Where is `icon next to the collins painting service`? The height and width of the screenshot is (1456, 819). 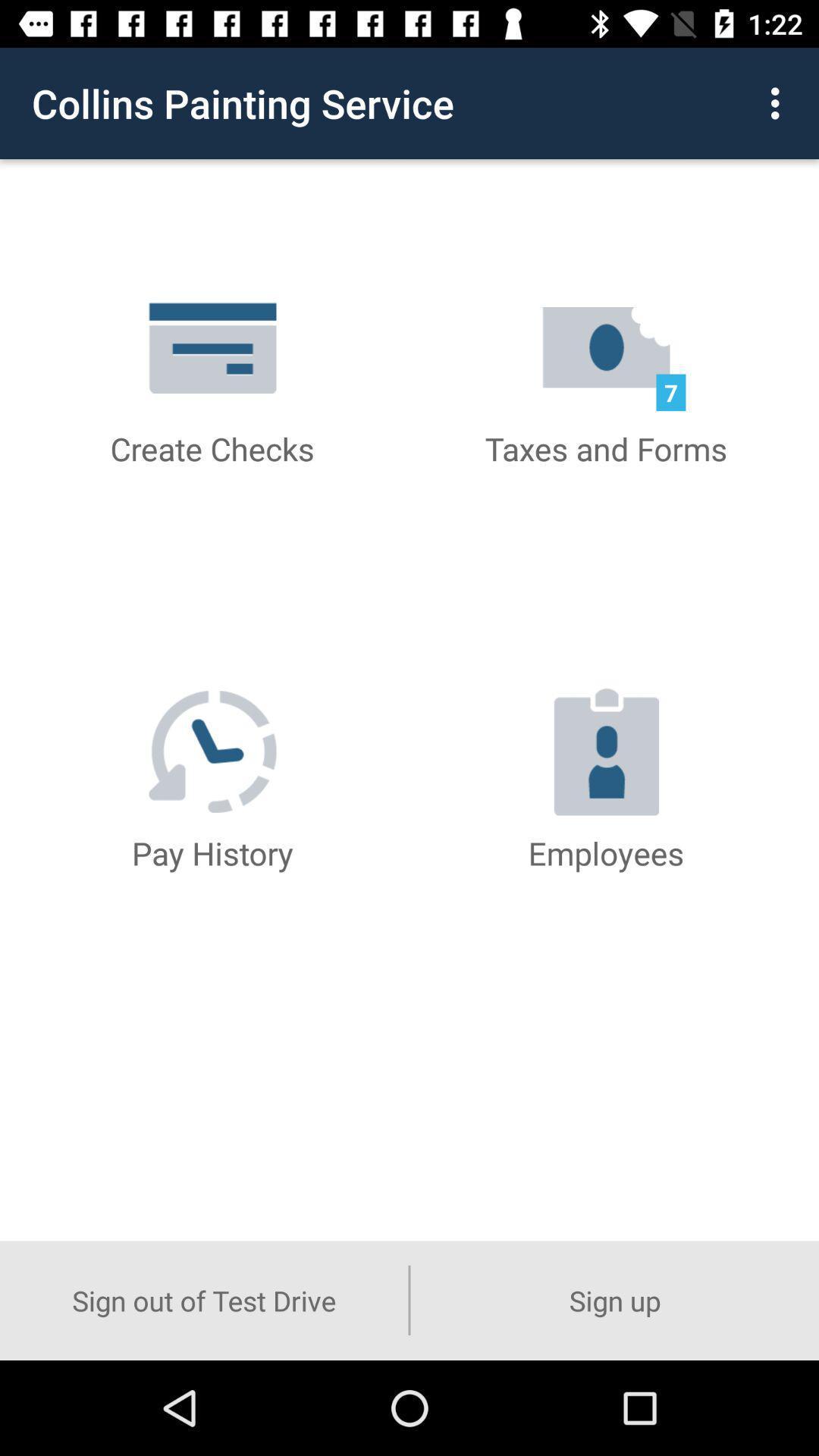 icon next to the collins painting service is located at coordinates (779, 102).